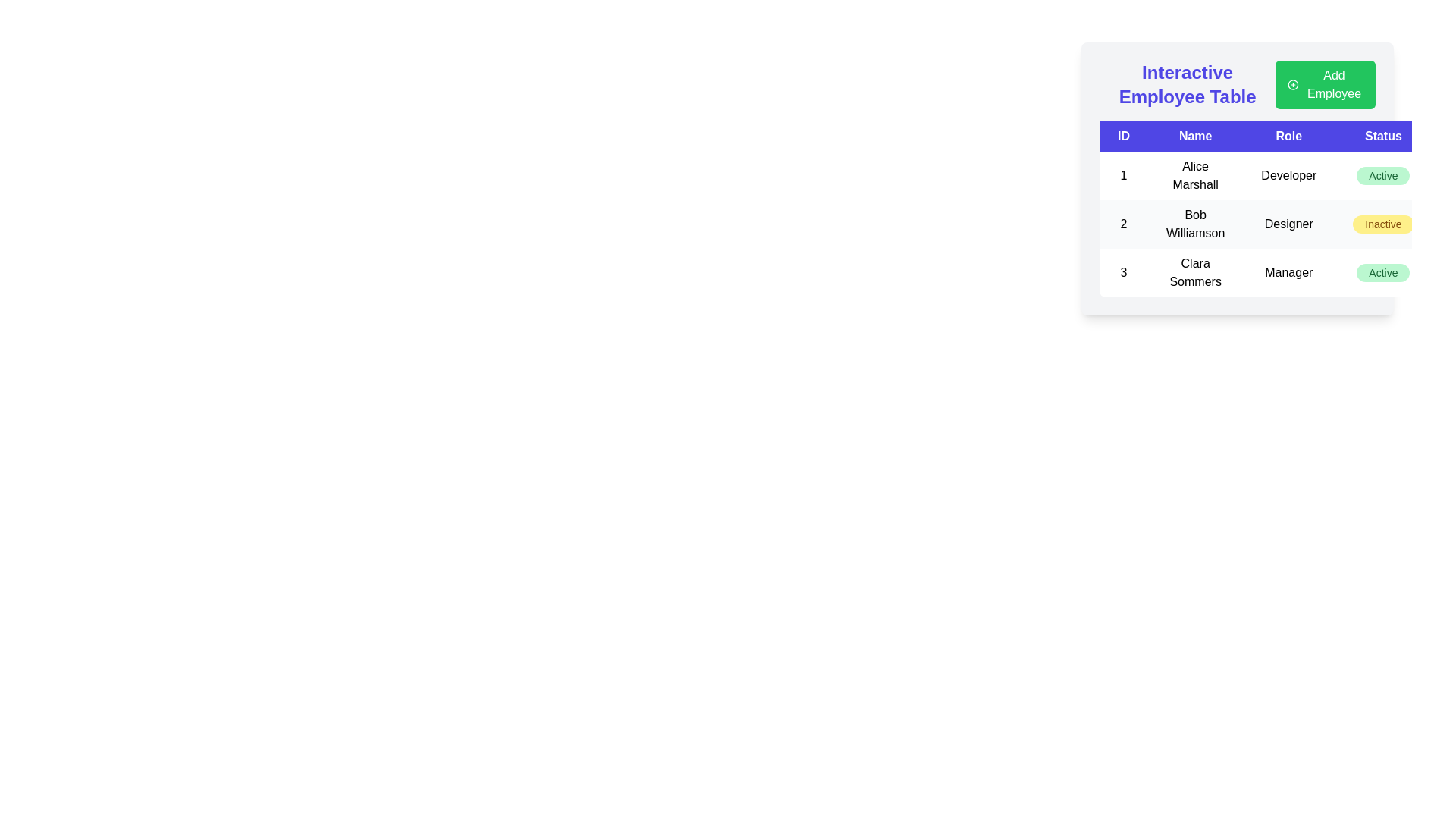  Describe the element at coordinates (1288, 271) in the screenshot. I see `the text label displaying 'Manager' in the last row of the Interactive Employee Table, which corresponds to Clara Sommers' role` at that location.